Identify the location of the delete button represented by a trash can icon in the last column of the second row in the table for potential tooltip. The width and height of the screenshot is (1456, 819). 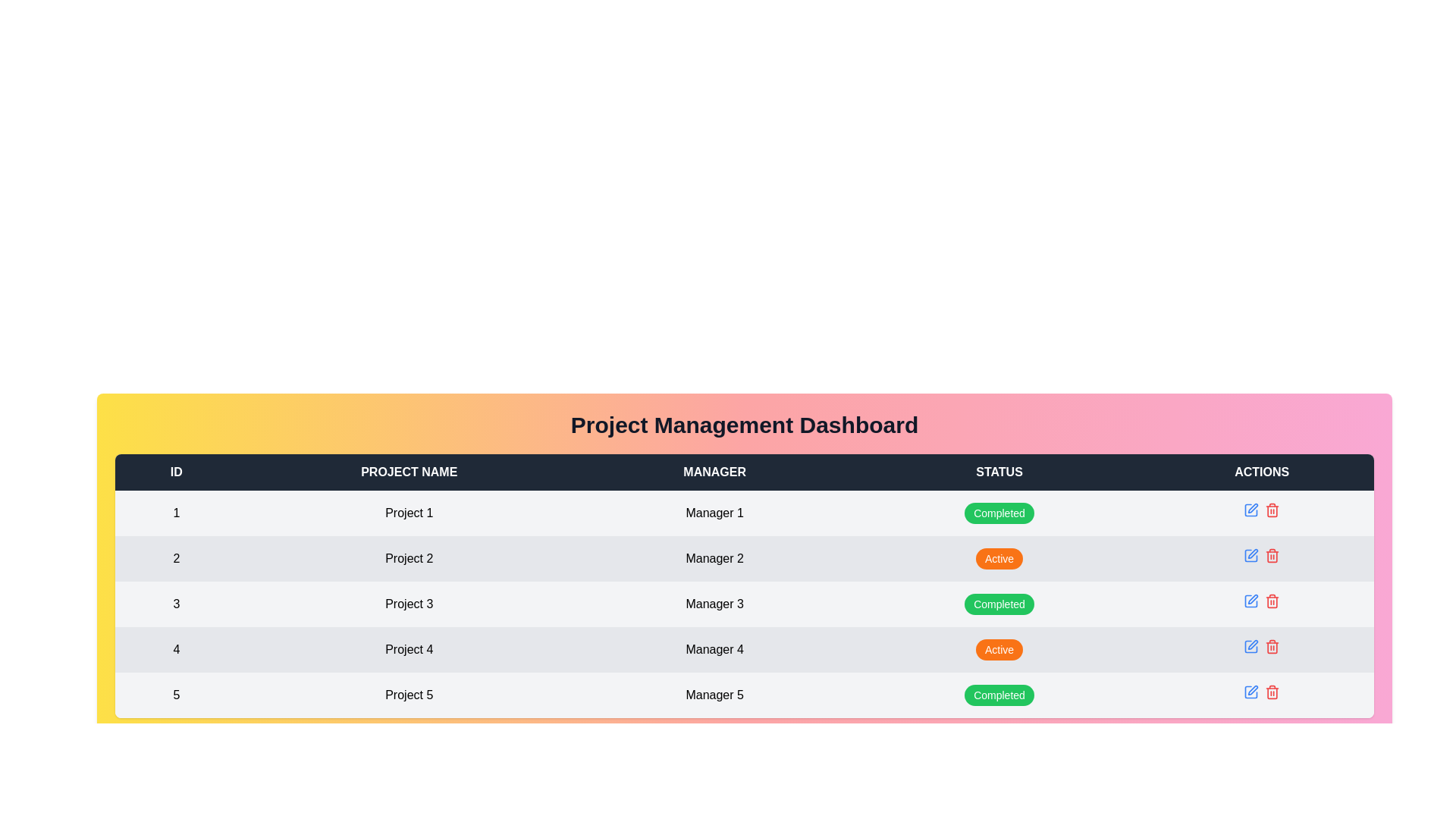
(1272, 510).